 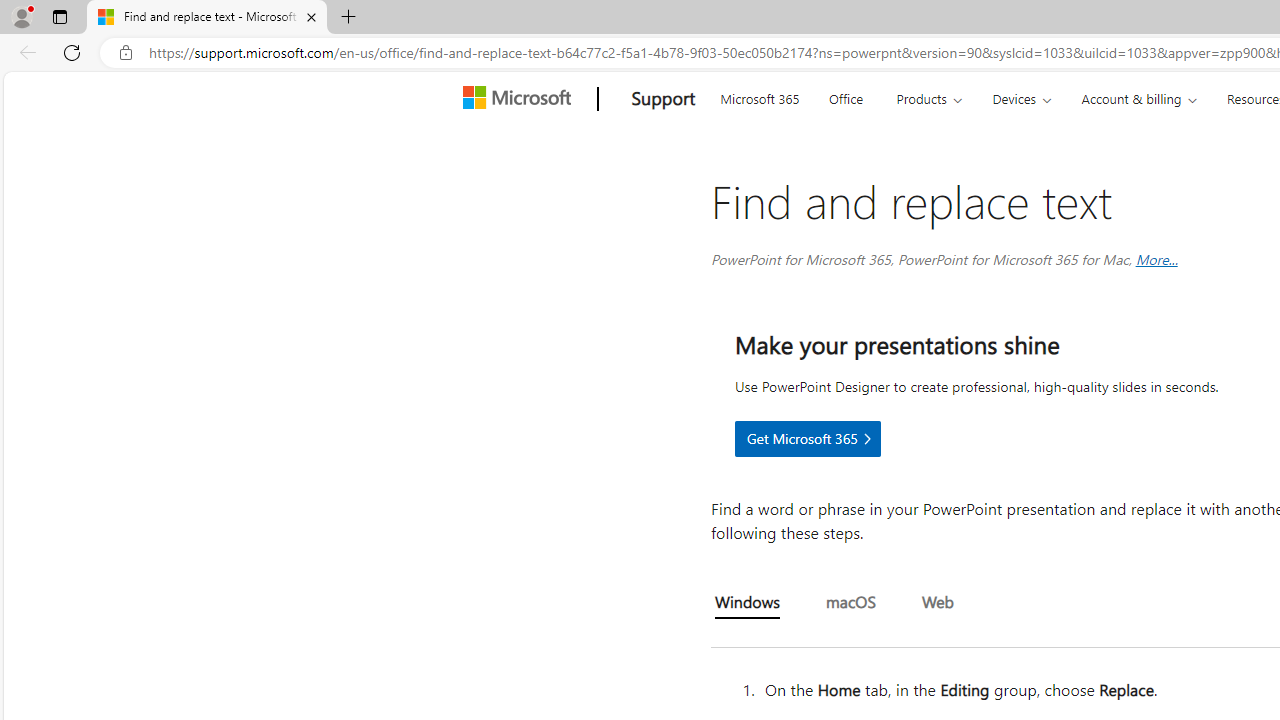 What do you see at coordinates (520, 99) in the screenshot?
I see `'Microsoft'` at bounding box center [520, 99].